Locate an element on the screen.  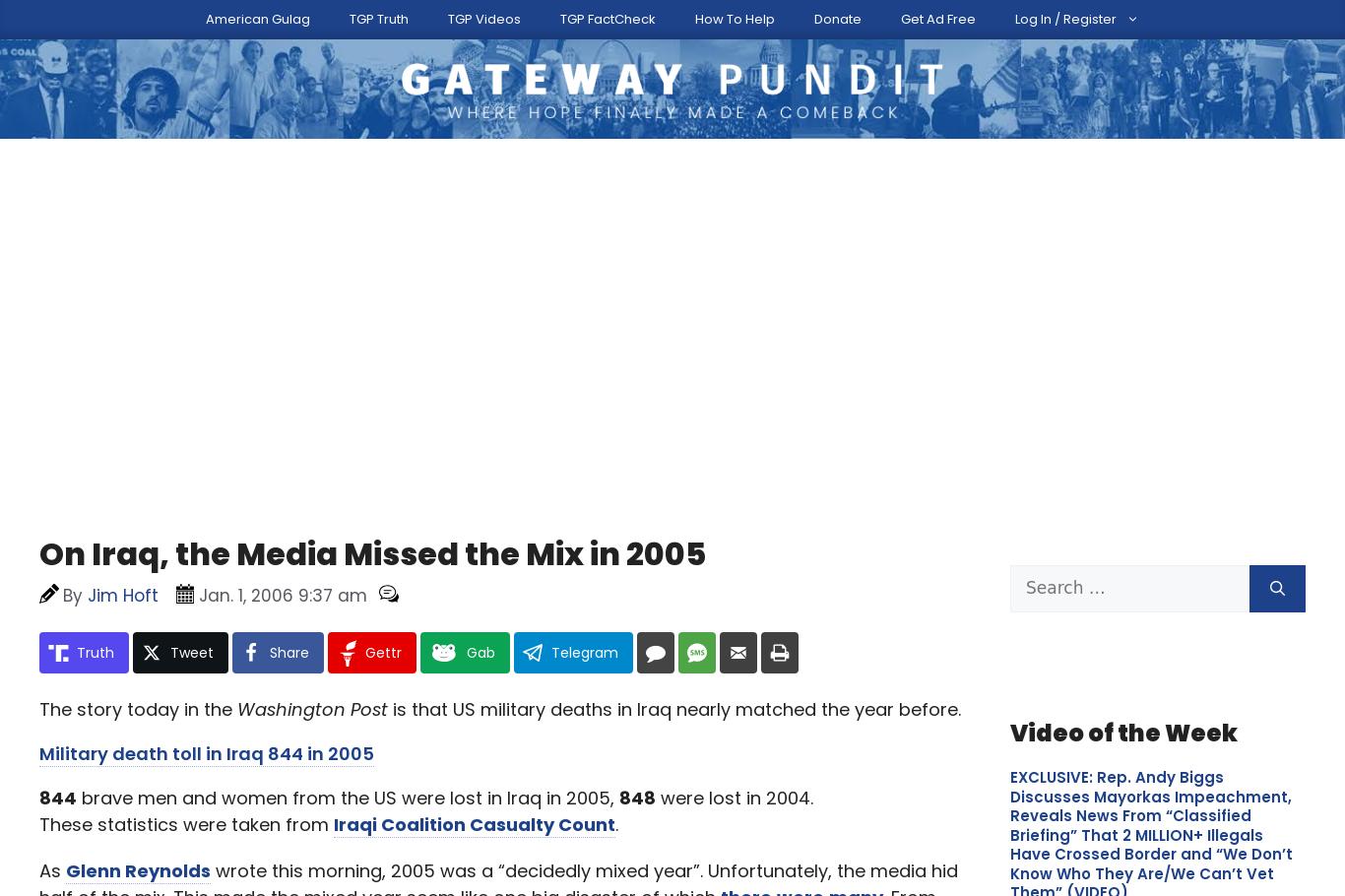
'Mind in the Qatar' is located at coordinates (39, 265).